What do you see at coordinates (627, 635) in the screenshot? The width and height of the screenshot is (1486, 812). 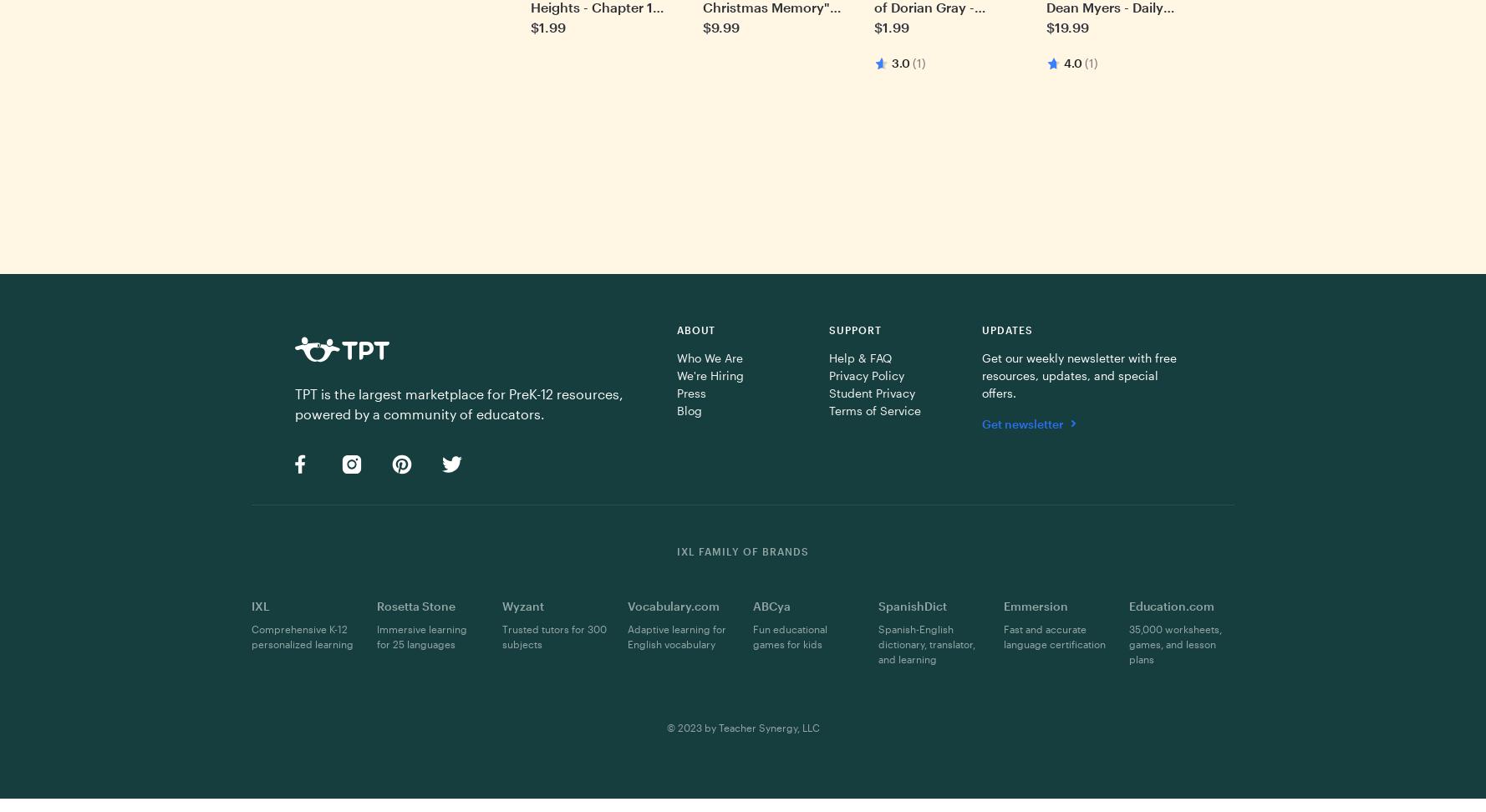 I see `'Adaptive learning for English vocabulary'` at bounding box center [627, 635].